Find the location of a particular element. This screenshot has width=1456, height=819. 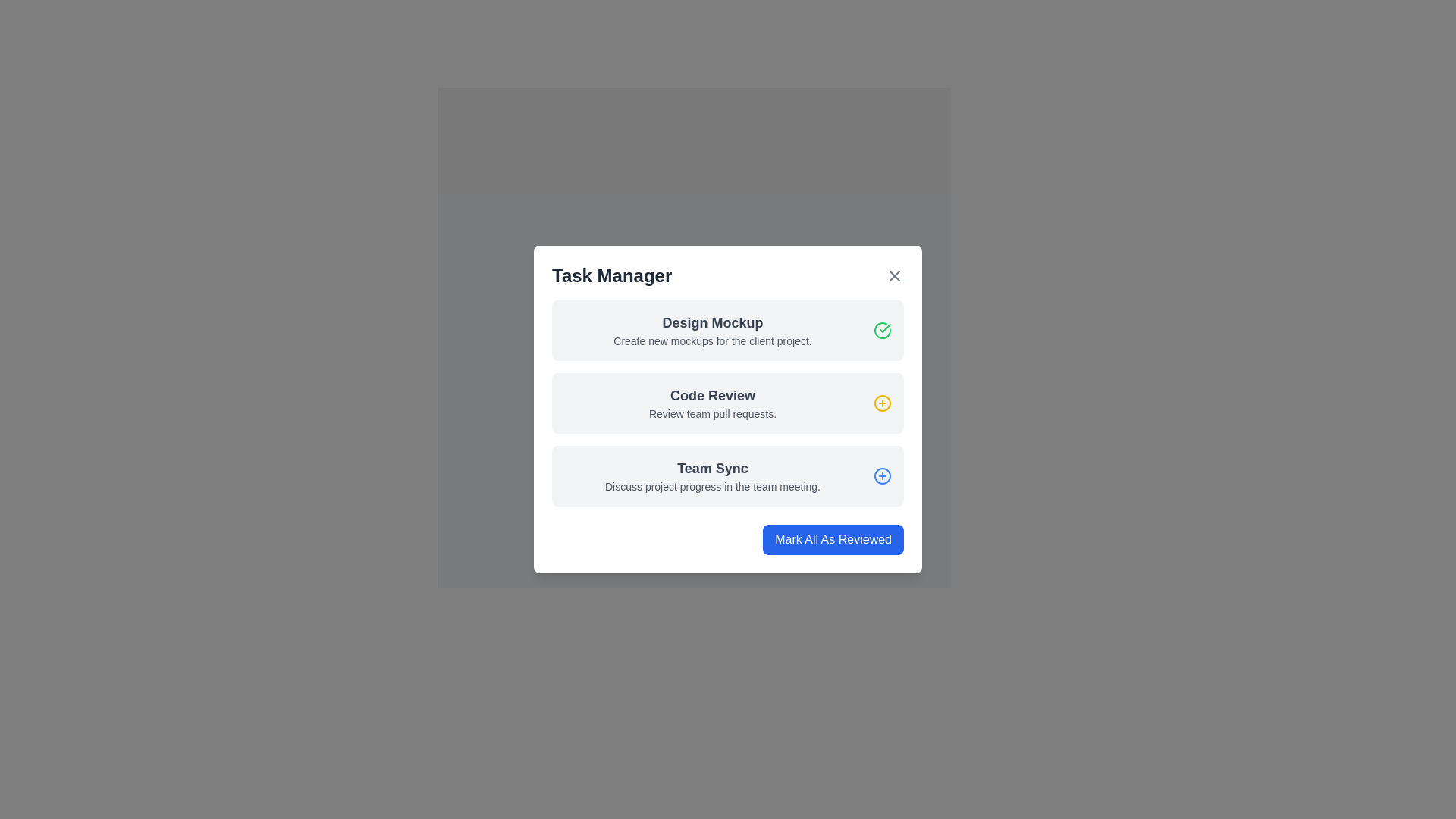

the second task card in the task manager modal that displays information about the task 'Code Review' to interact with it is located at coordinates (728, 403).